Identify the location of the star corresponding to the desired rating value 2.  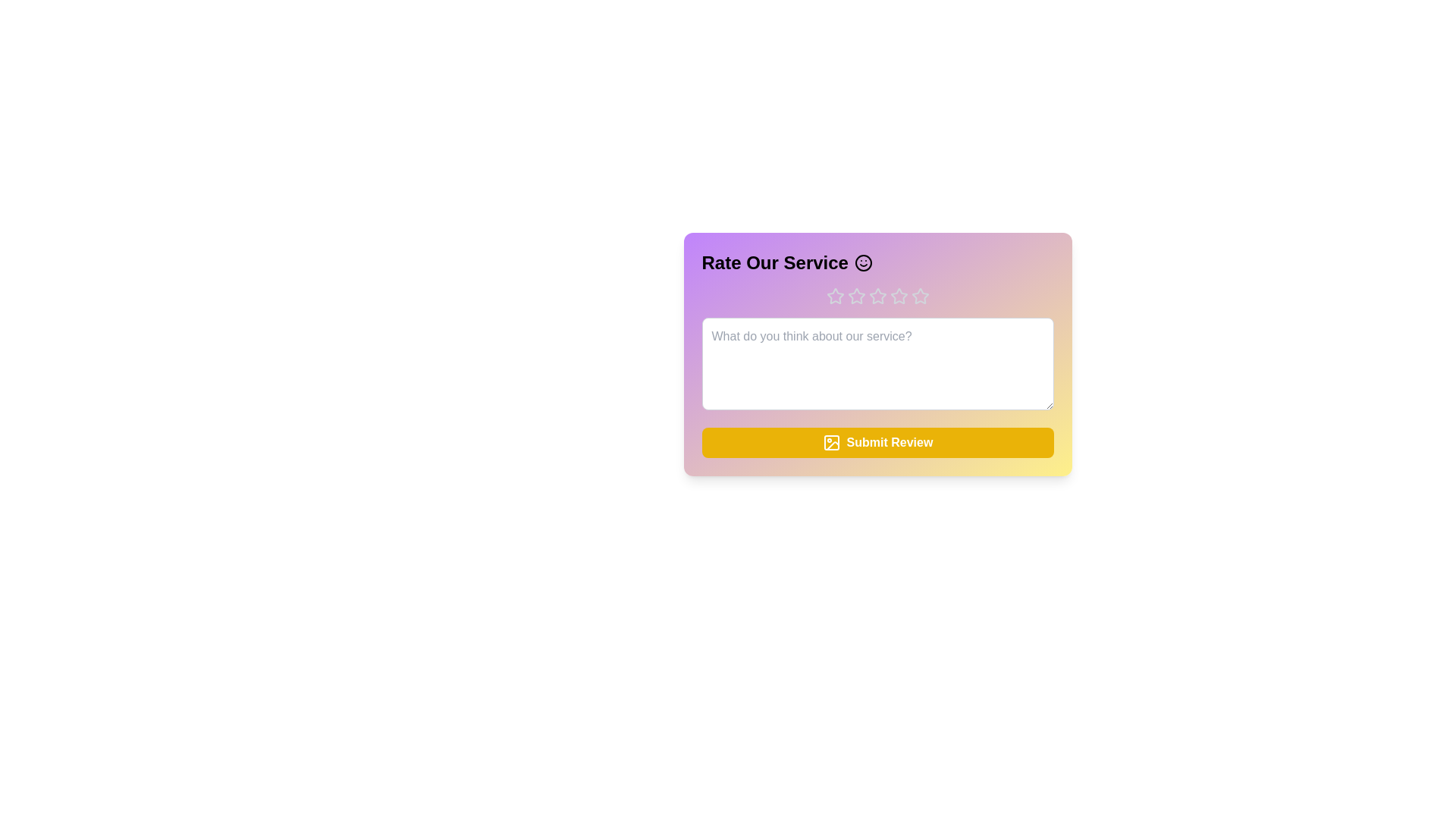
(856, 296).